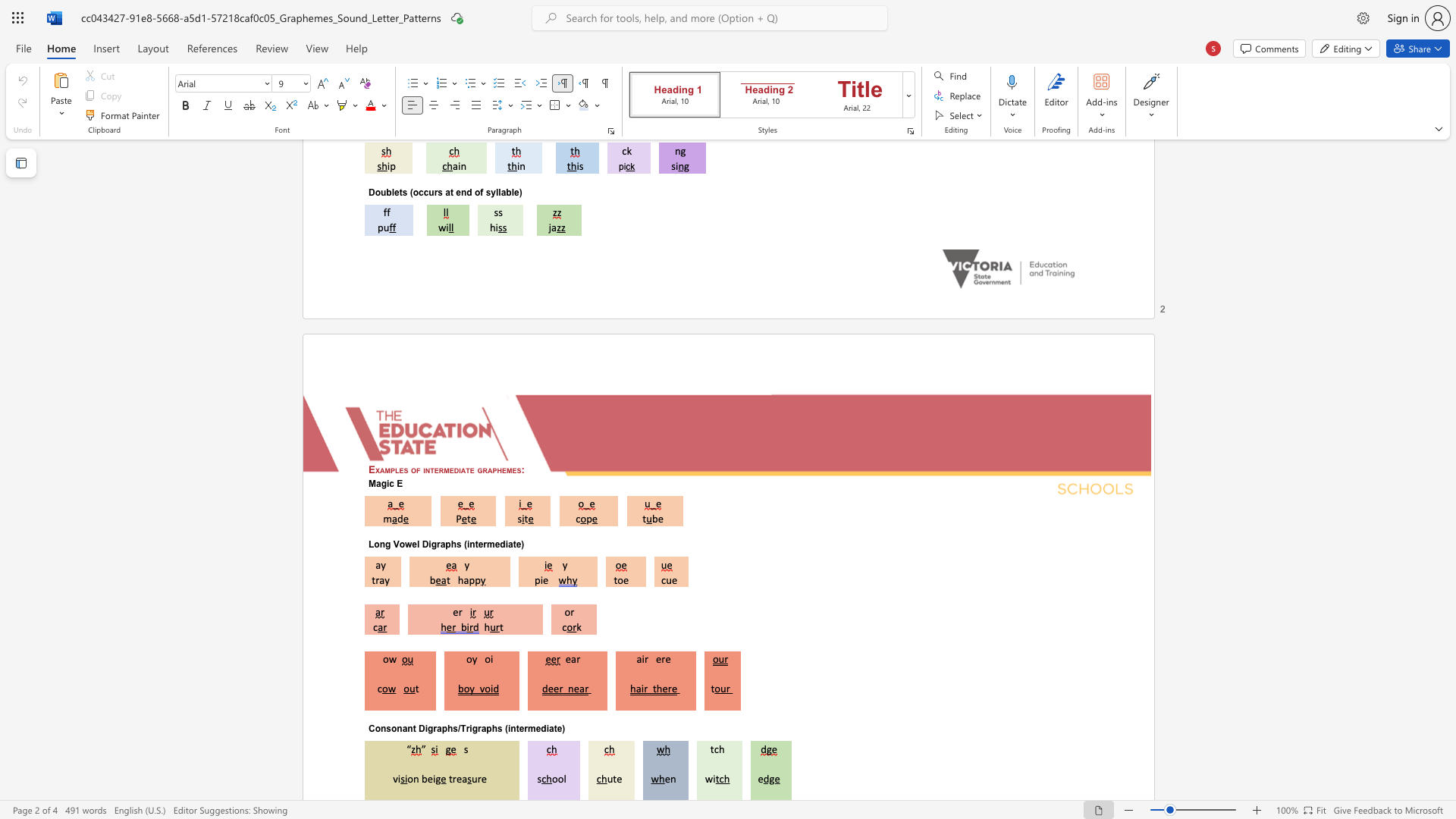 Image resolution: width=1456 pixels, height=819 pixels. What do you see at coordinates (508, 727) in the screenshot?
I see `the subset text "intermed" within the text "Consonant Digraphs/Trigraphs (intermediate)"` at bounding box center [508, 727].